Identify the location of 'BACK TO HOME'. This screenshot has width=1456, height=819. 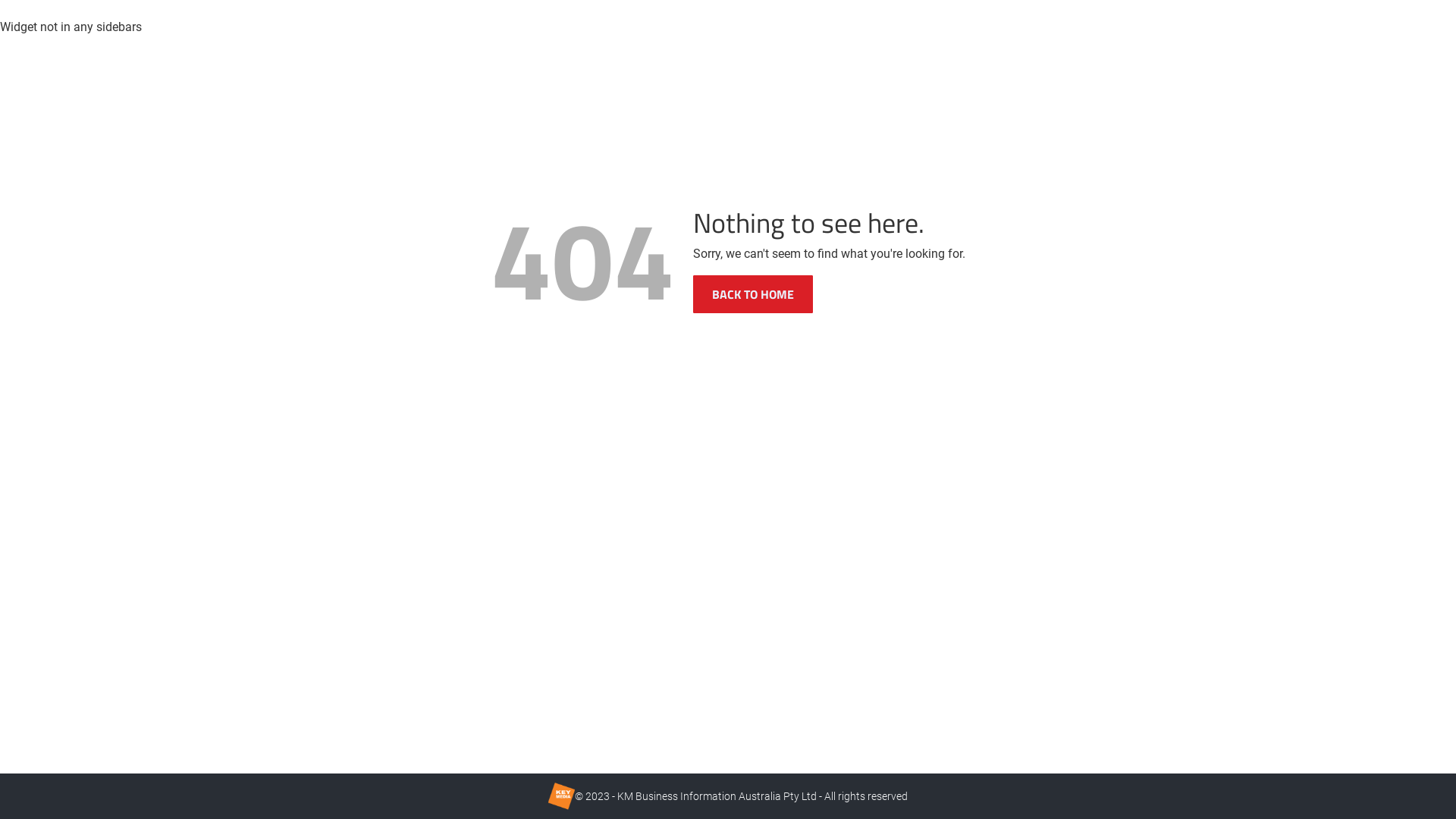
(753, 294).